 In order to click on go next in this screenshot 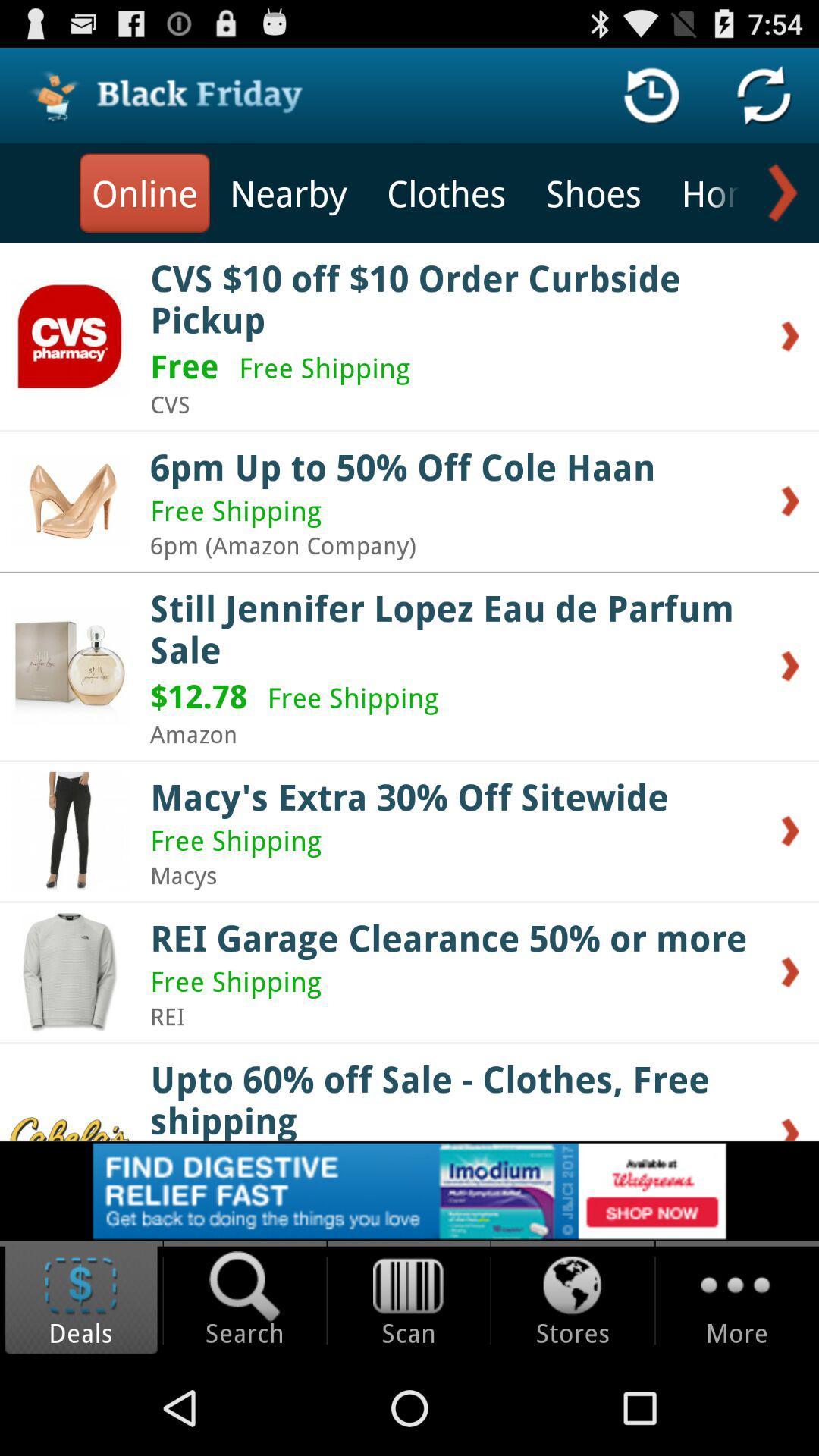, I will do `click(779, 192)`.